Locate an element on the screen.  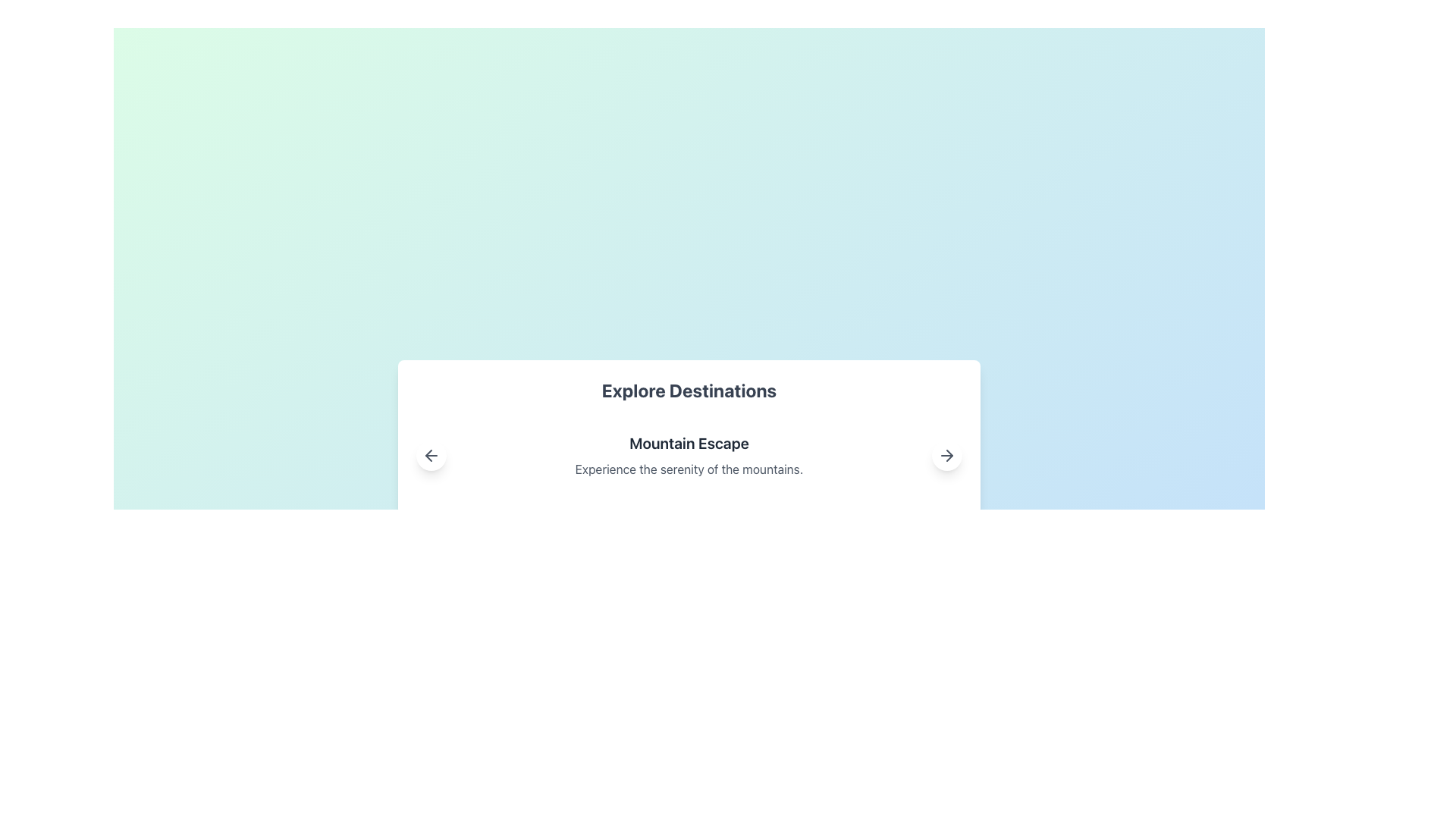
the text label displaying 'Mountain Escape', which is styled with a large bold font in black on a white background, positioned above another text label is located at coordinates (688, 444).